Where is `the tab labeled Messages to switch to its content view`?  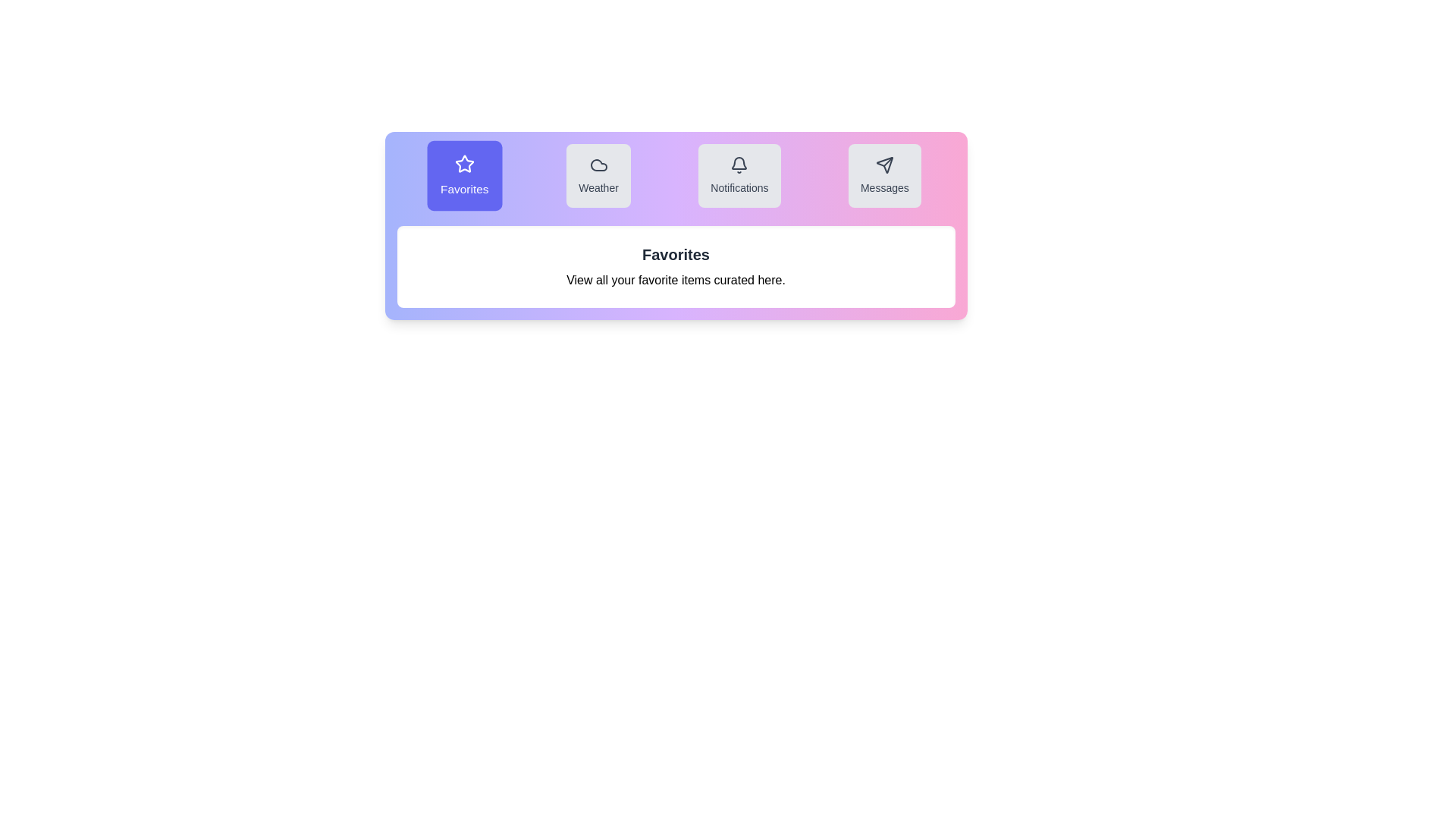
the tab labeled Messages to switch to its content view is located at coordinates (884, 174).